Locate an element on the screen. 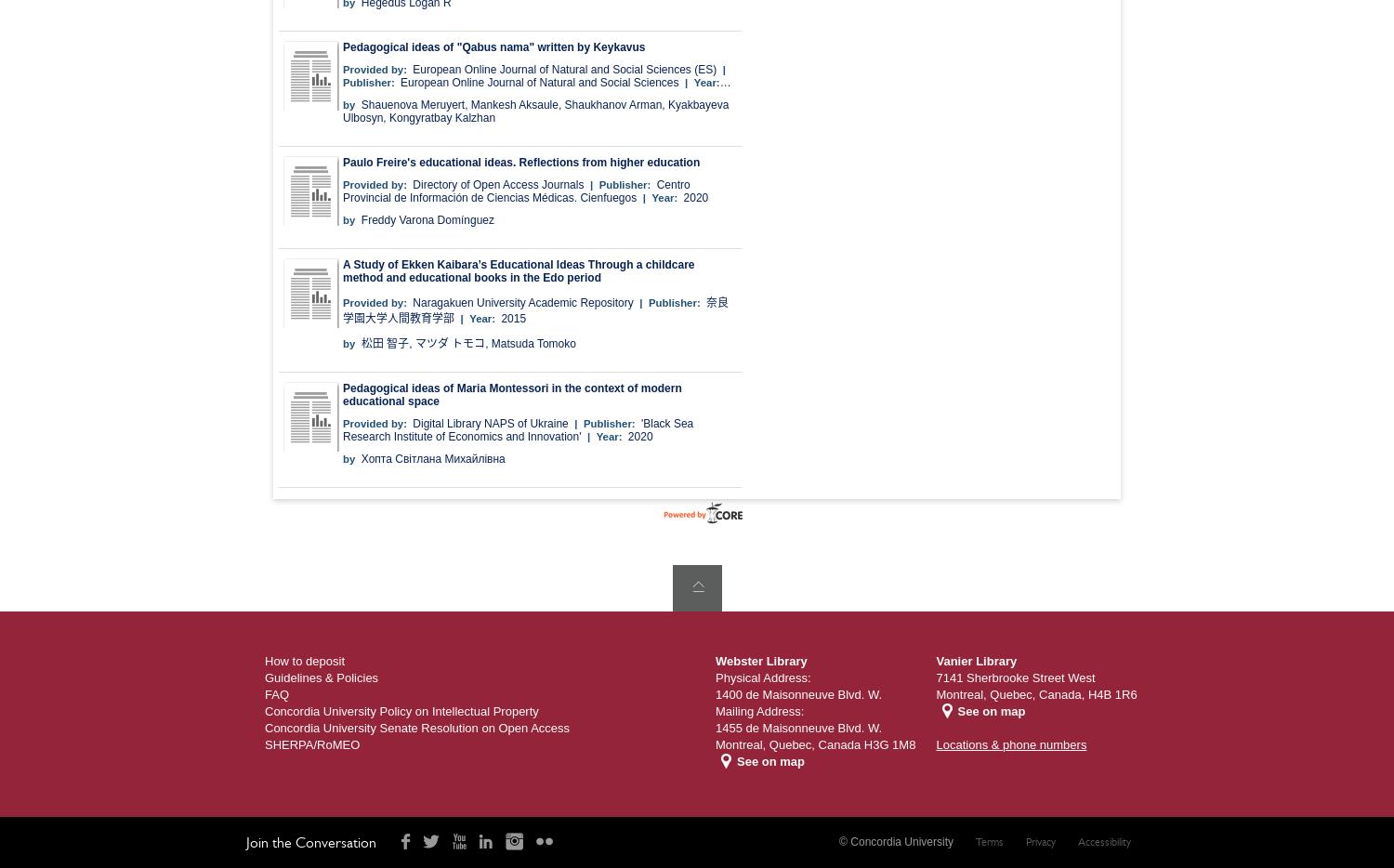  'Pedagogical ideas of Maria Montessori in the context of modern educational space' is located at coordinates (511, 394).